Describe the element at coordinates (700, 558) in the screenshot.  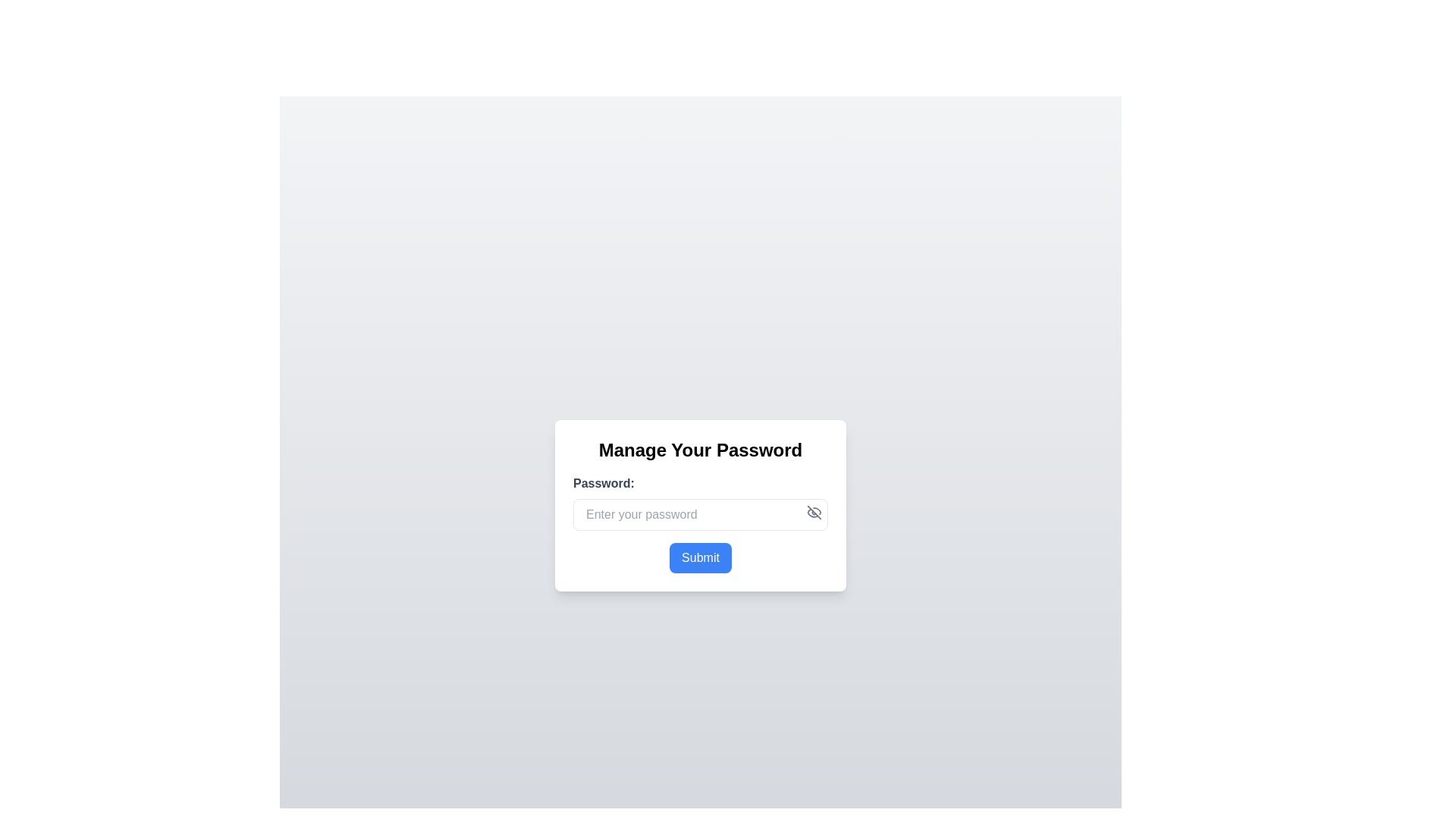
I see `the blue 'Submit' button with white text centered on it at the bottom of the card titled 'Manage Your Password'` at that location.